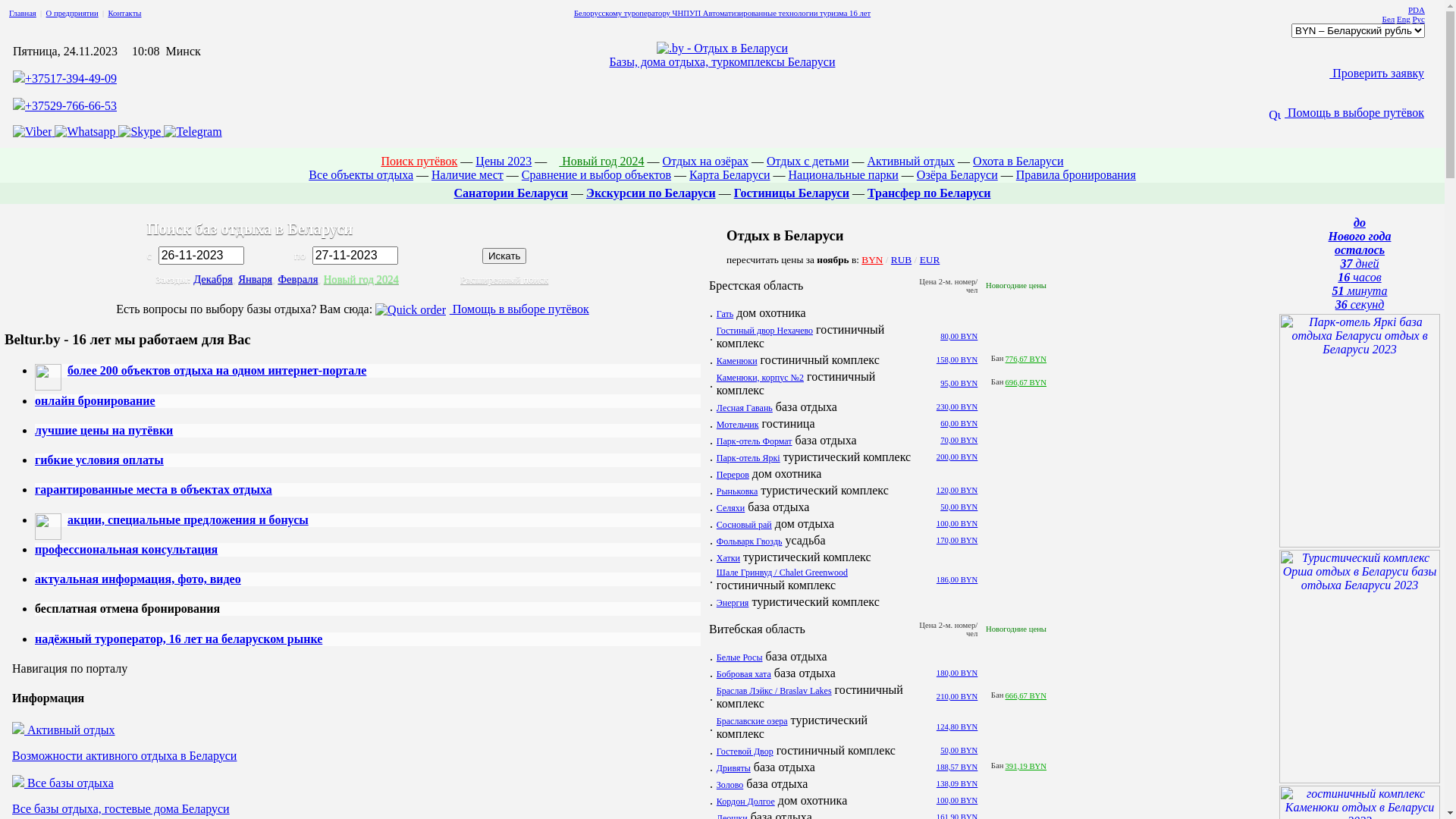 The image size is (1456, 819). Describe the element at coordinates (901, 258) in the screenshot. I see `'RUB'` at that location.